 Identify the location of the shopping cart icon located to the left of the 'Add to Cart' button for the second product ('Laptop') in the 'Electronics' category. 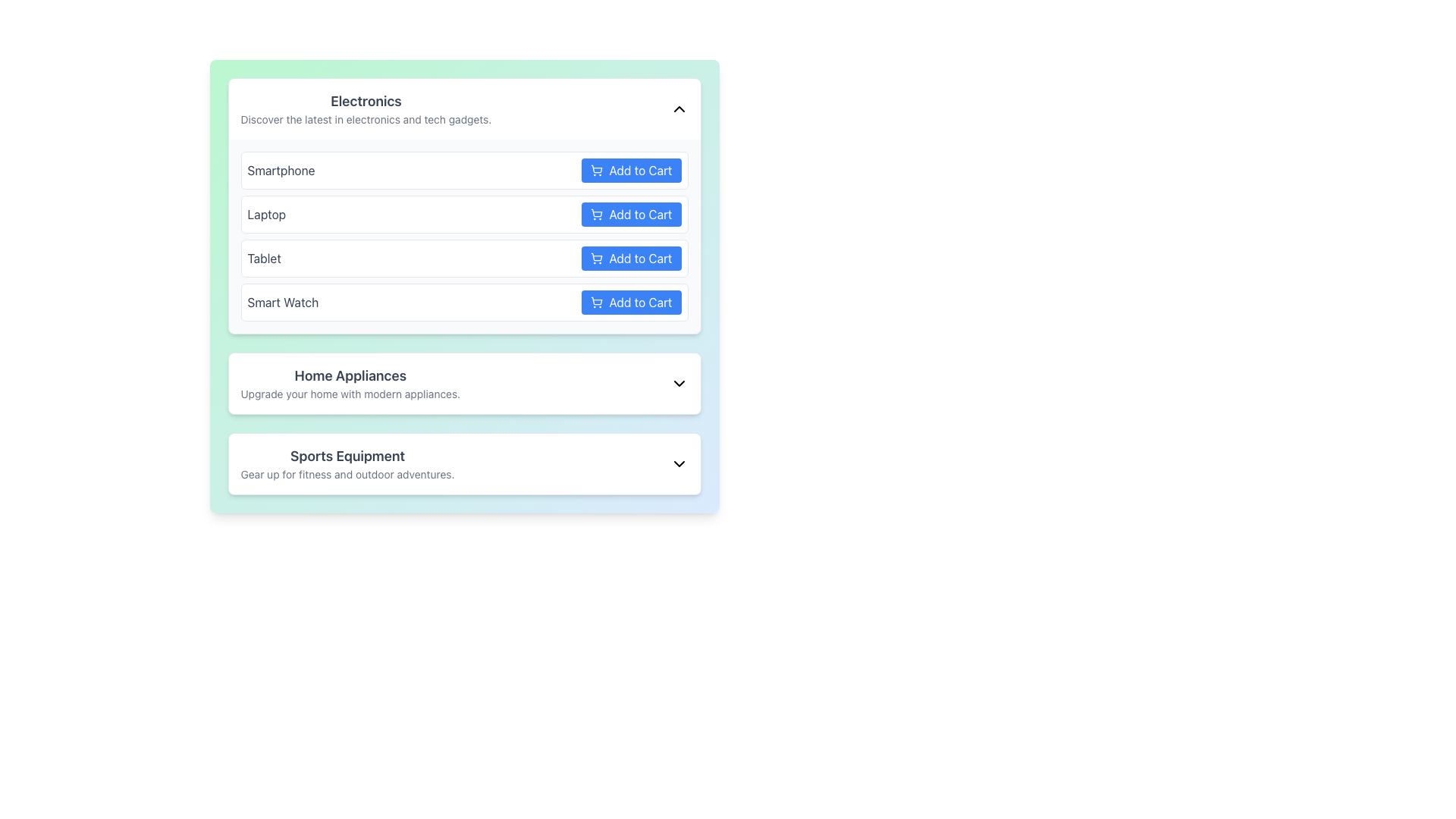
(596, 213).